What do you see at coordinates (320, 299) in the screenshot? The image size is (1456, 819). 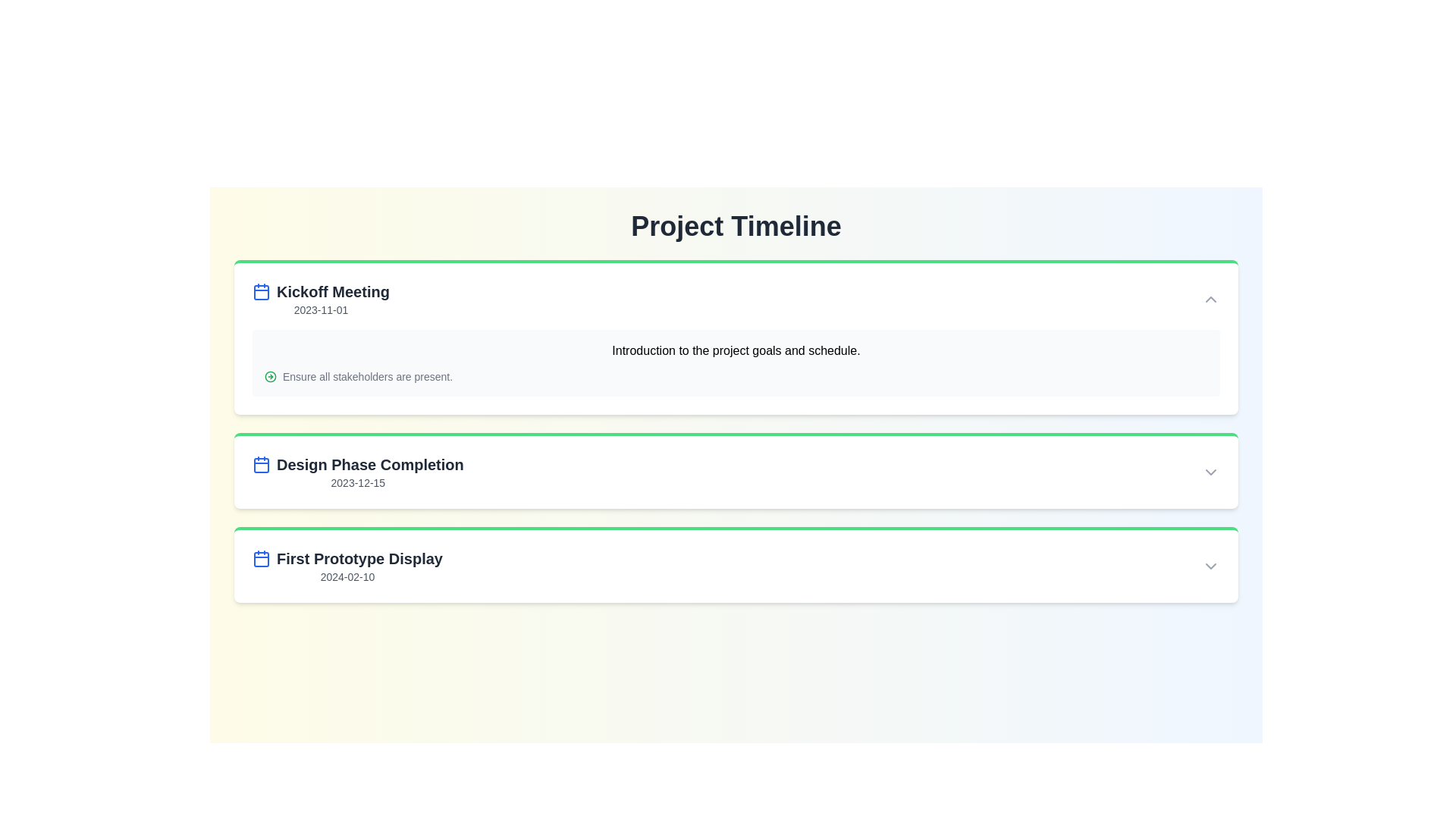 I see `the 'Kickoff Meeting' text in the informational component` at bounding box center [320, 299].